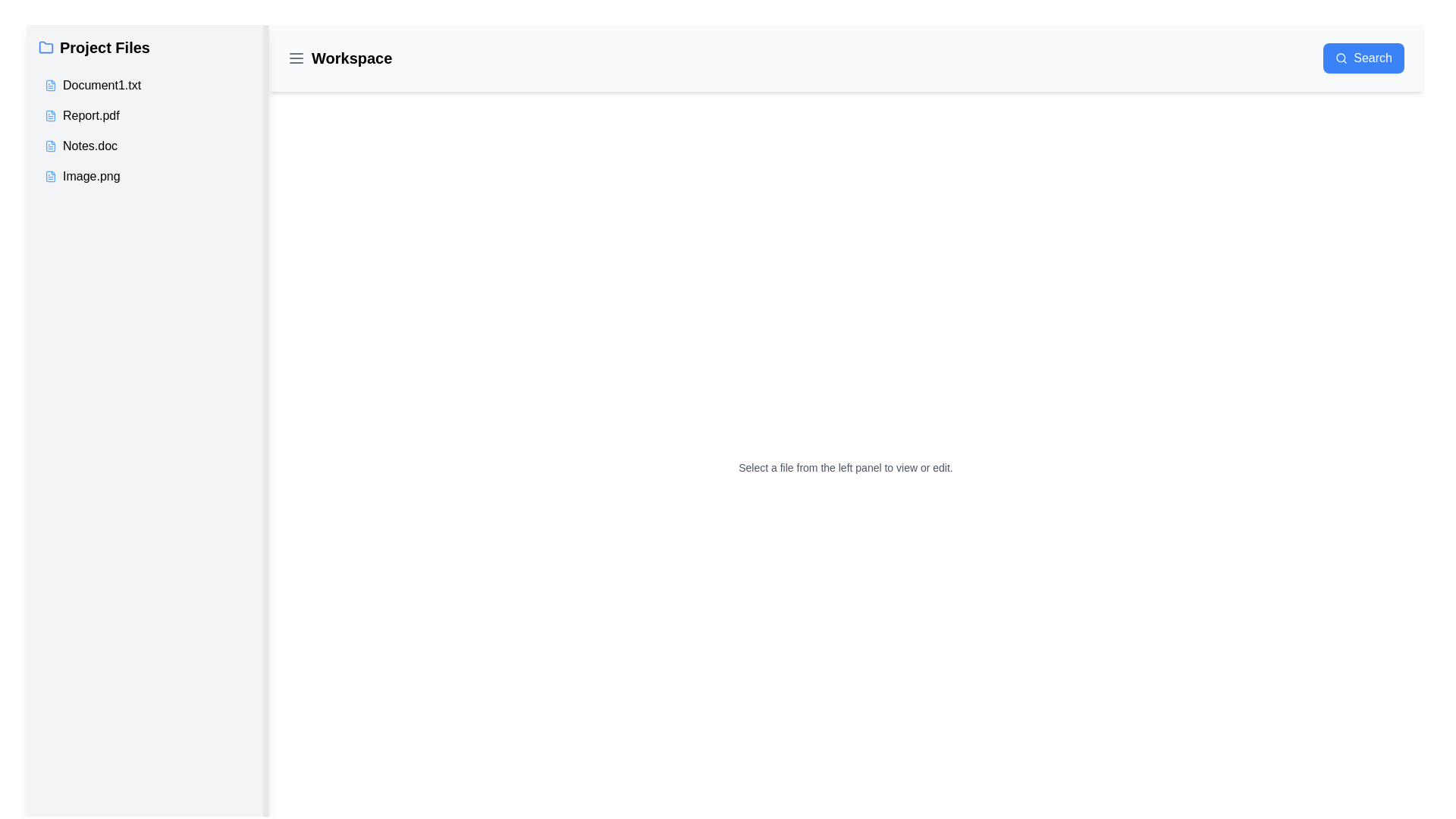 This screenshot has width=1456, height=819. What do you see at coordinates (148, 113) in the screenshot?
I see `the second file item in the 'Project Files' list, located in the left sidebar` at bounding box center [148, 113].